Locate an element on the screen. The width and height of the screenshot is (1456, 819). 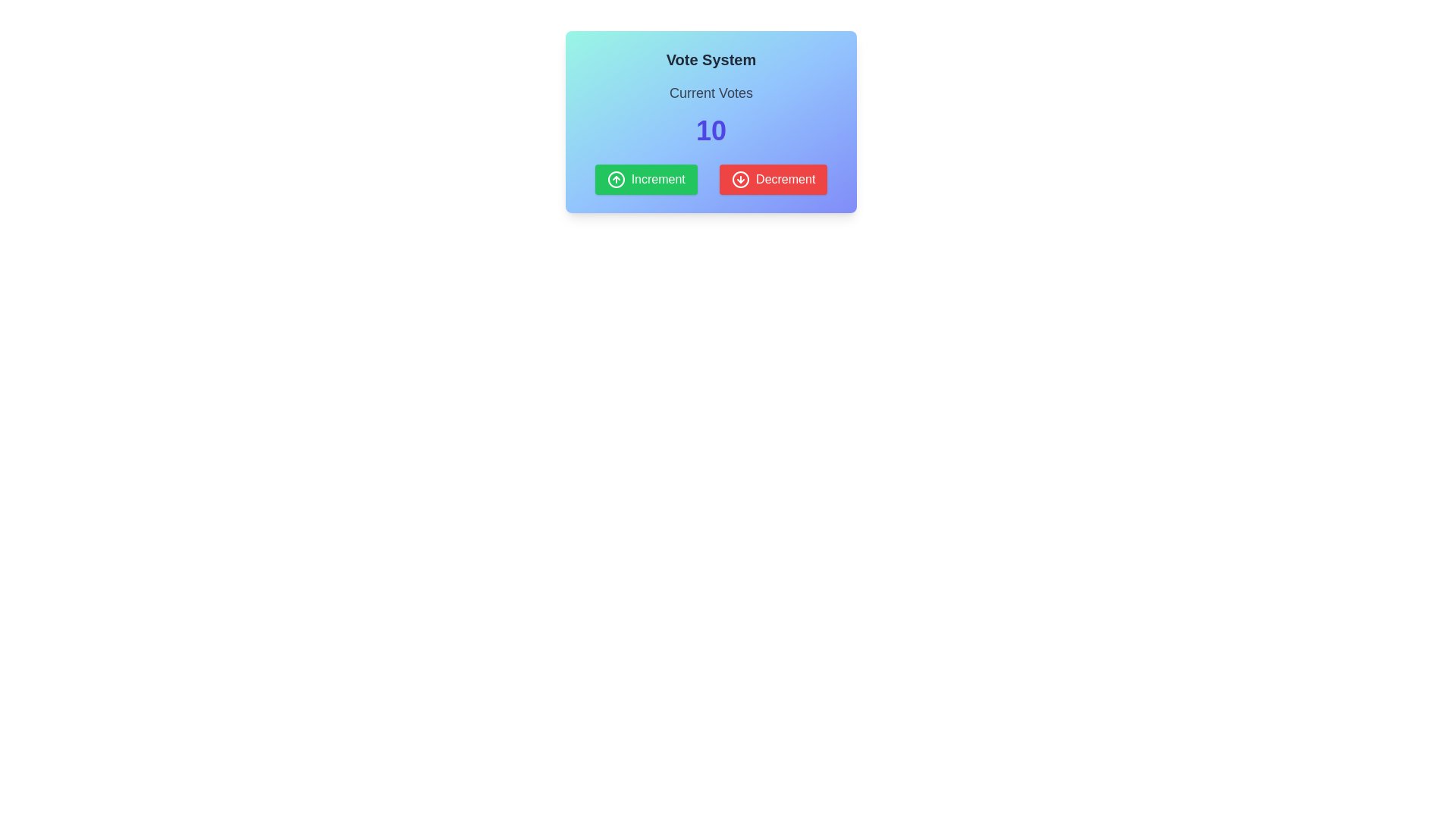
the icon on the left end of the 'Decrement' button located at the bottom right corner of the 'Vote System' card is located at coordinates (741, 178).